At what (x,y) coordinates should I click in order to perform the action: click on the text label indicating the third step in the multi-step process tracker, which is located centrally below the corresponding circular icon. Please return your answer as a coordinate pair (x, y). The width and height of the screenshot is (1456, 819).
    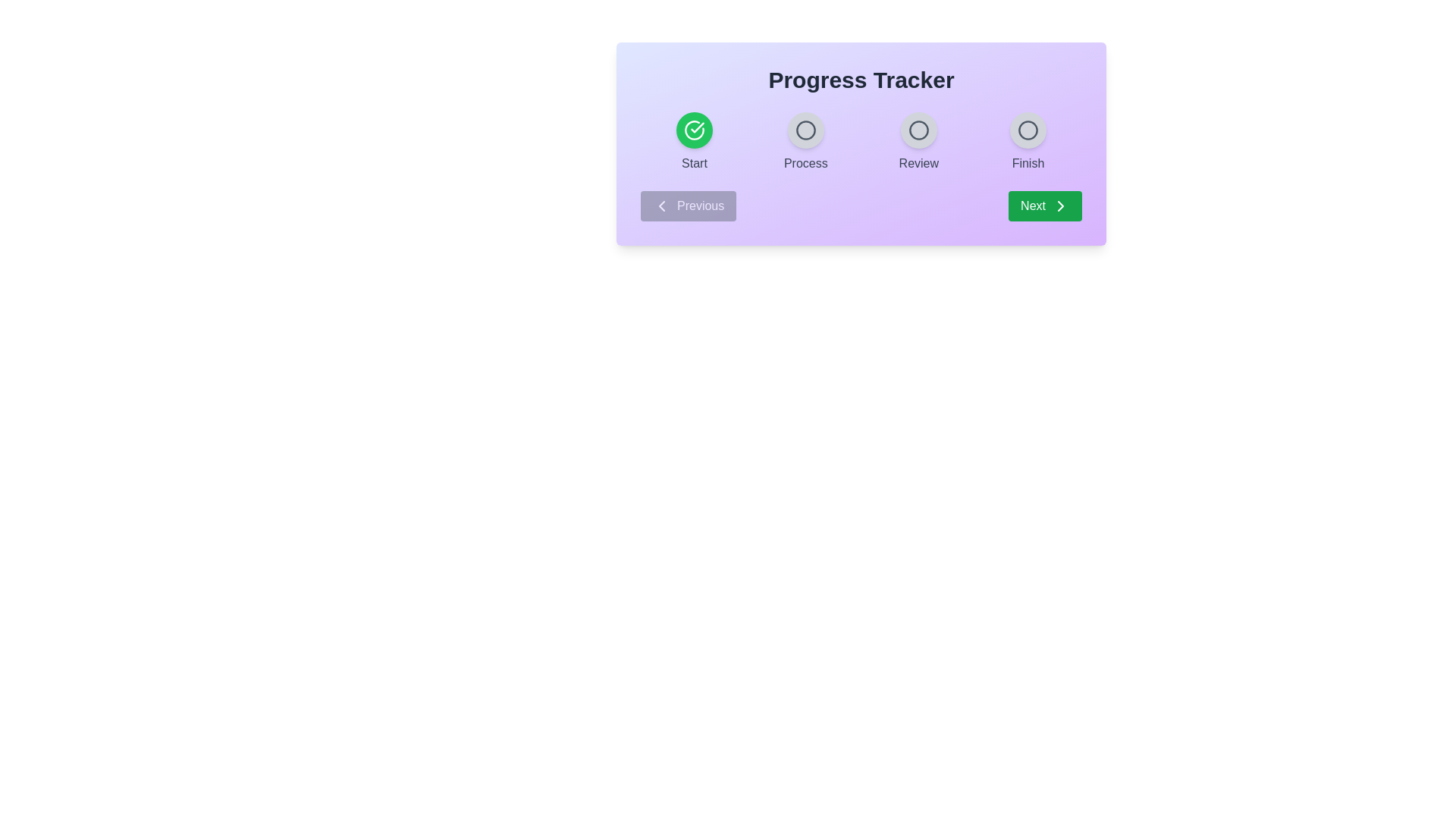
    Looking at the image, I should click on (918, 164).